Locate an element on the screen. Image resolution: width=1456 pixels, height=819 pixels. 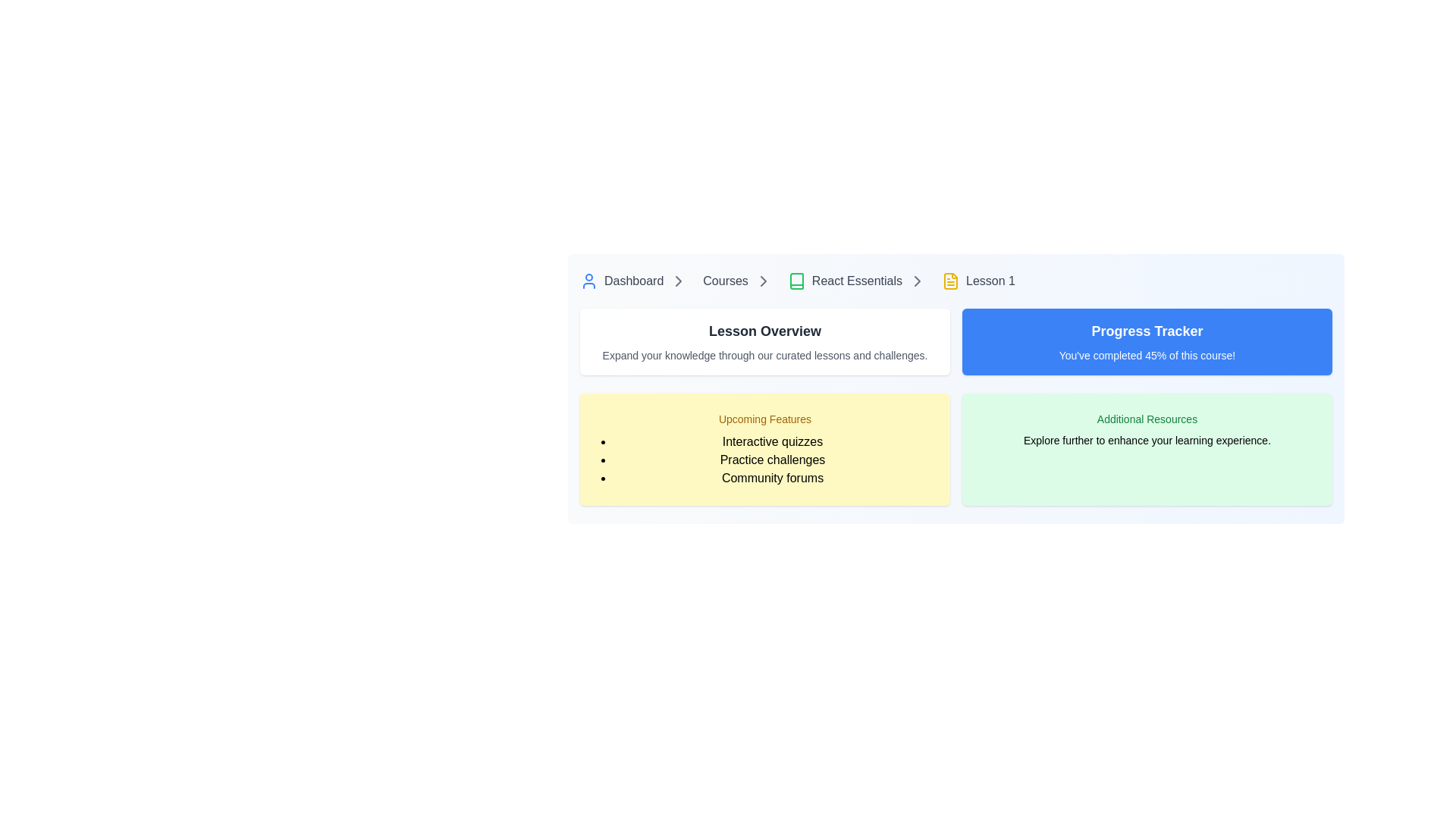
the Text block element containing the header 'Lesson Overview' and the description 'Expand your knowledge through our curated lessons and challenges.' is located at coordinates (764, 342).